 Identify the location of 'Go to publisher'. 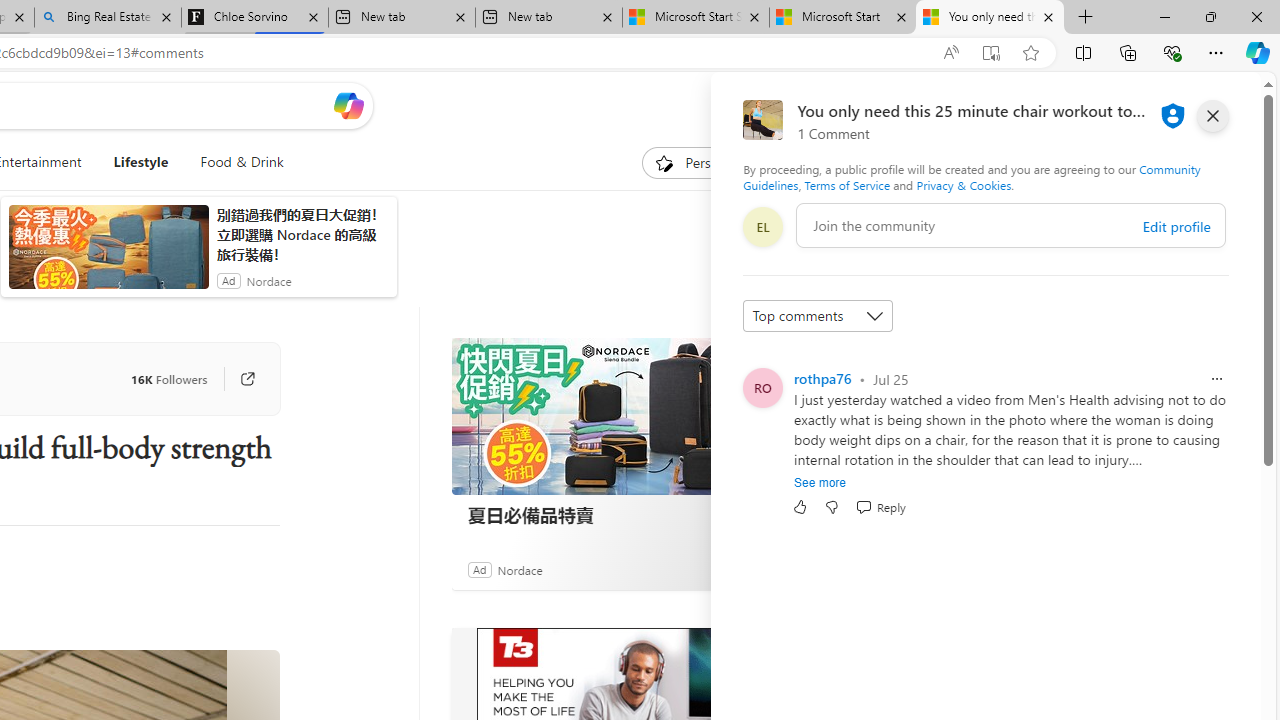
(237, 379).